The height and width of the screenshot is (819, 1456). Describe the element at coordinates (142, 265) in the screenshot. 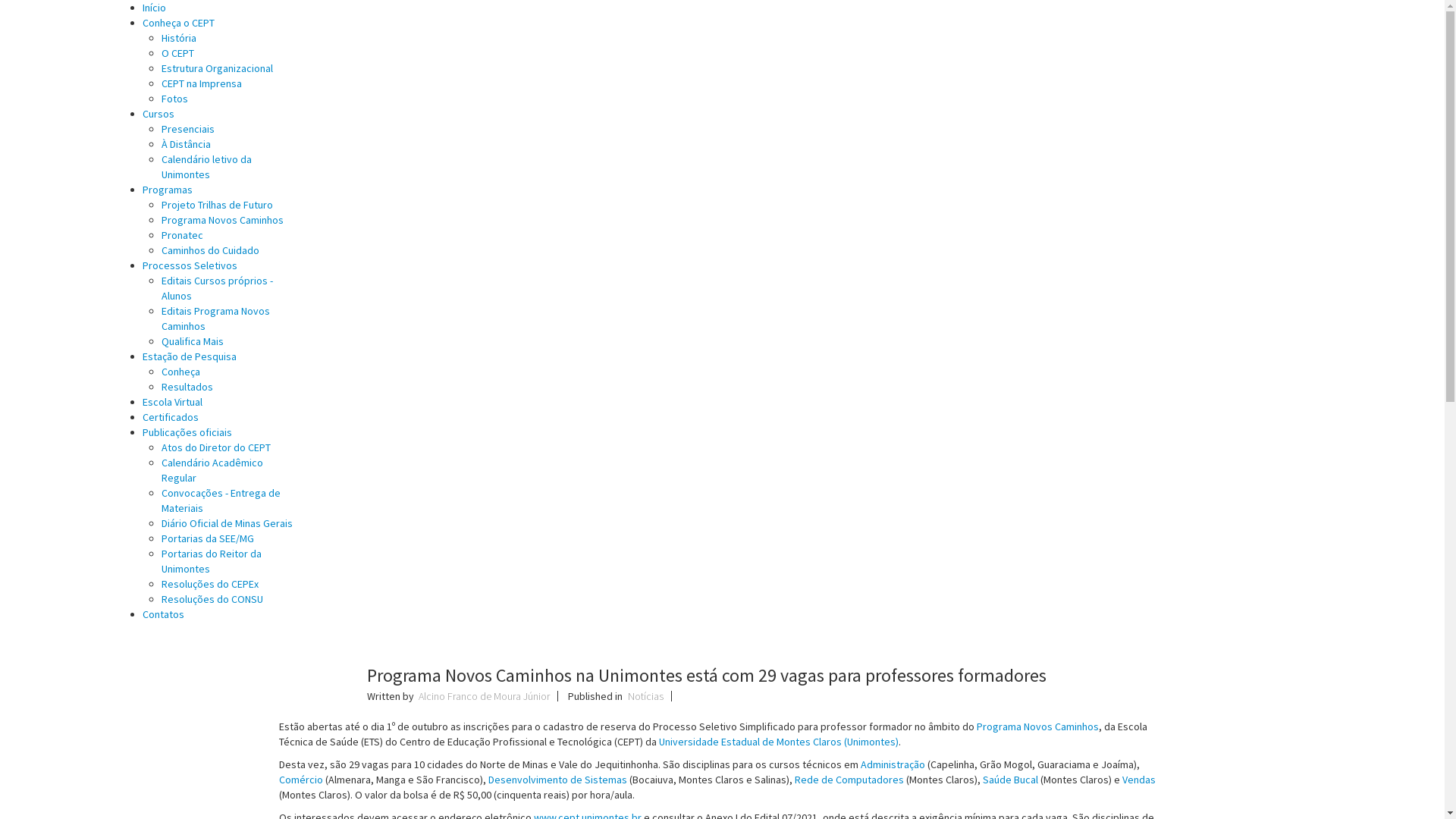

I see `'Processos Seletivos'` at that location.